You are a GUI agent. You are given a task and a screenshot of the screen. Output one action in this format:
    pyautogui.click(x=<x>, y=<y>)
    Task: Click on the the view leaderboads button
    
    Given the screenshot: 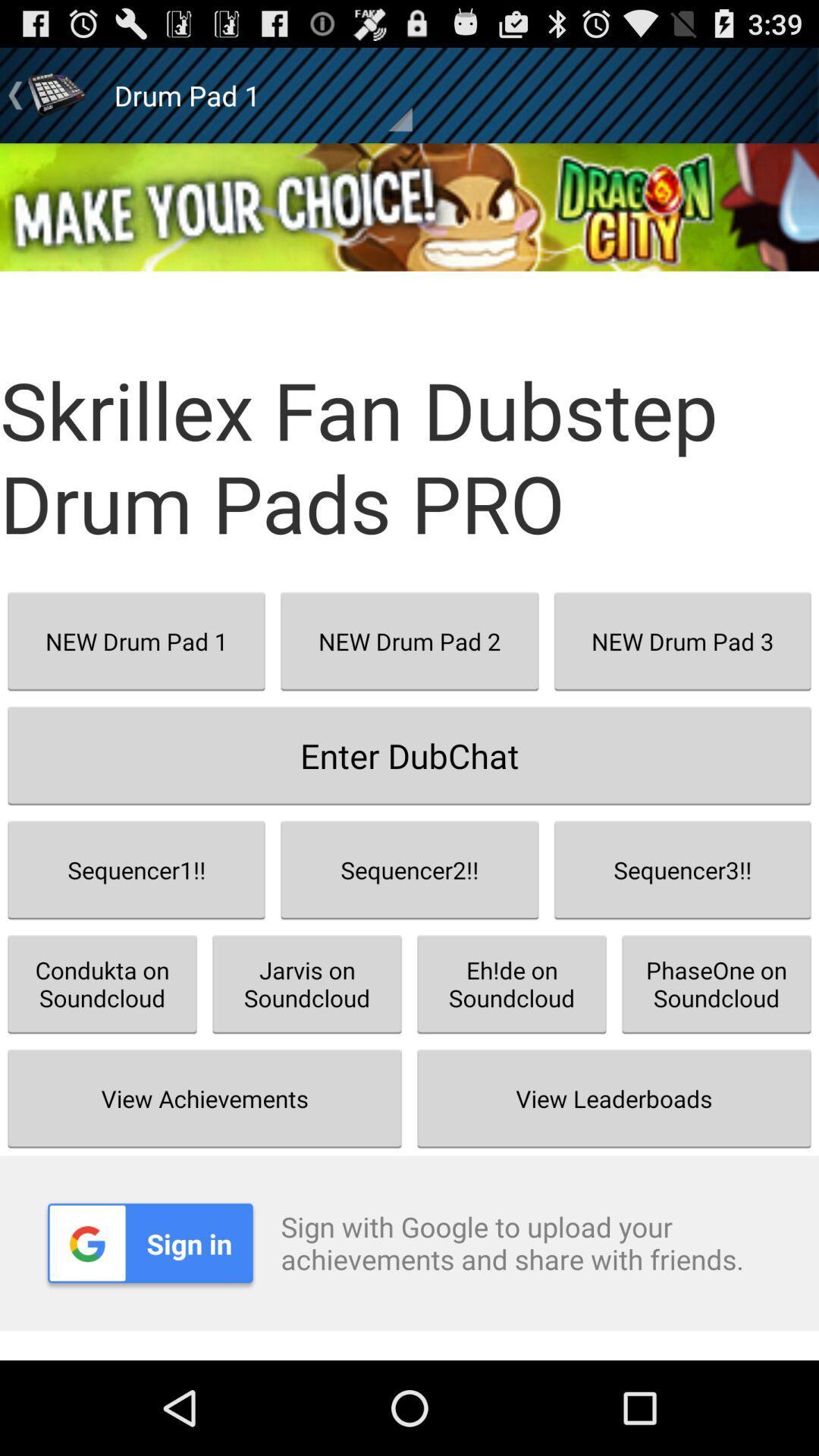 What is the action you would take?
    pyautogui.click(x=614, y=1098)
    